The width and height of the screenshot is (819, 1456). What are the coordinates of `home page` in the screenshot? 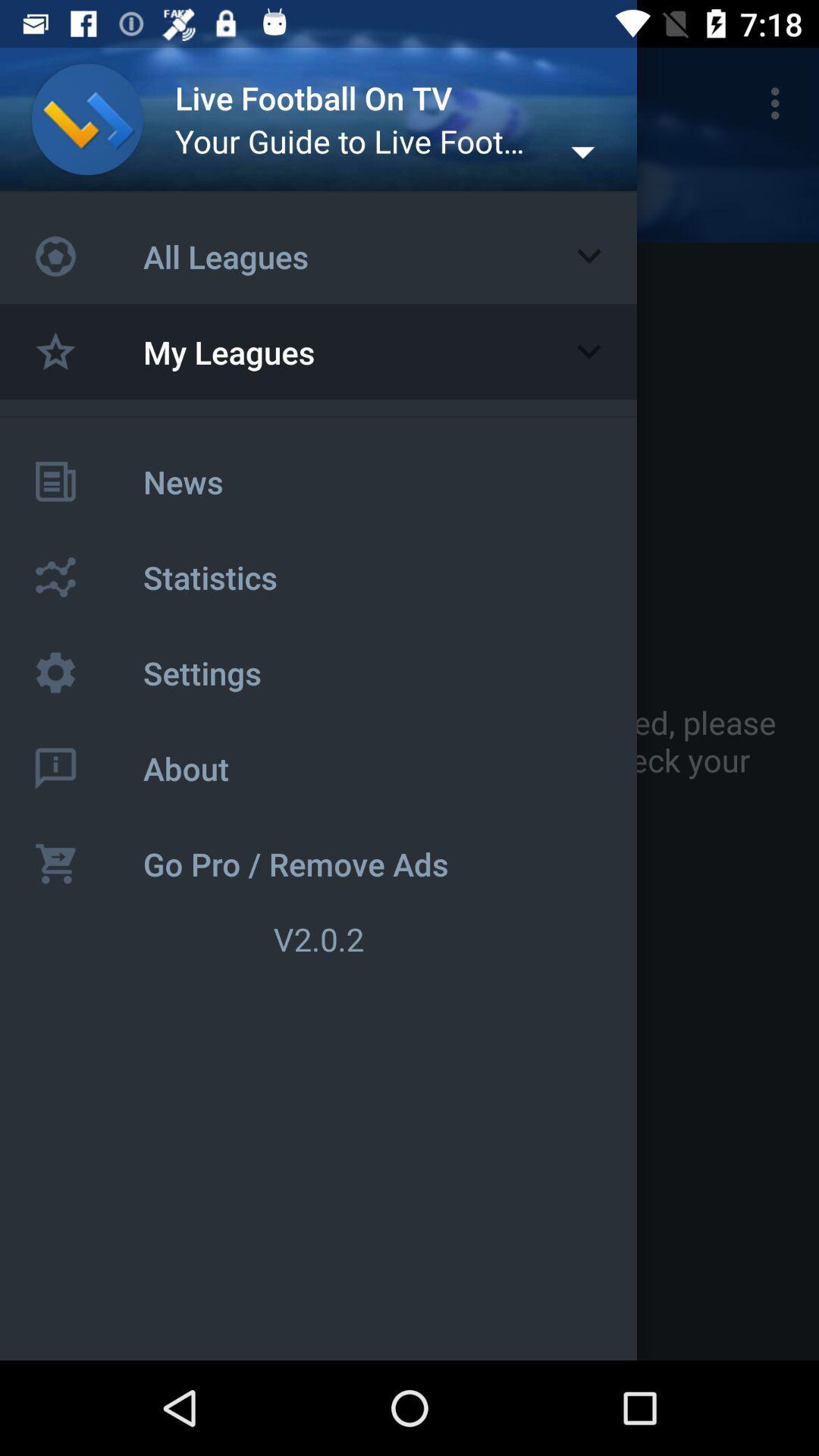 It's located at (87, 118).